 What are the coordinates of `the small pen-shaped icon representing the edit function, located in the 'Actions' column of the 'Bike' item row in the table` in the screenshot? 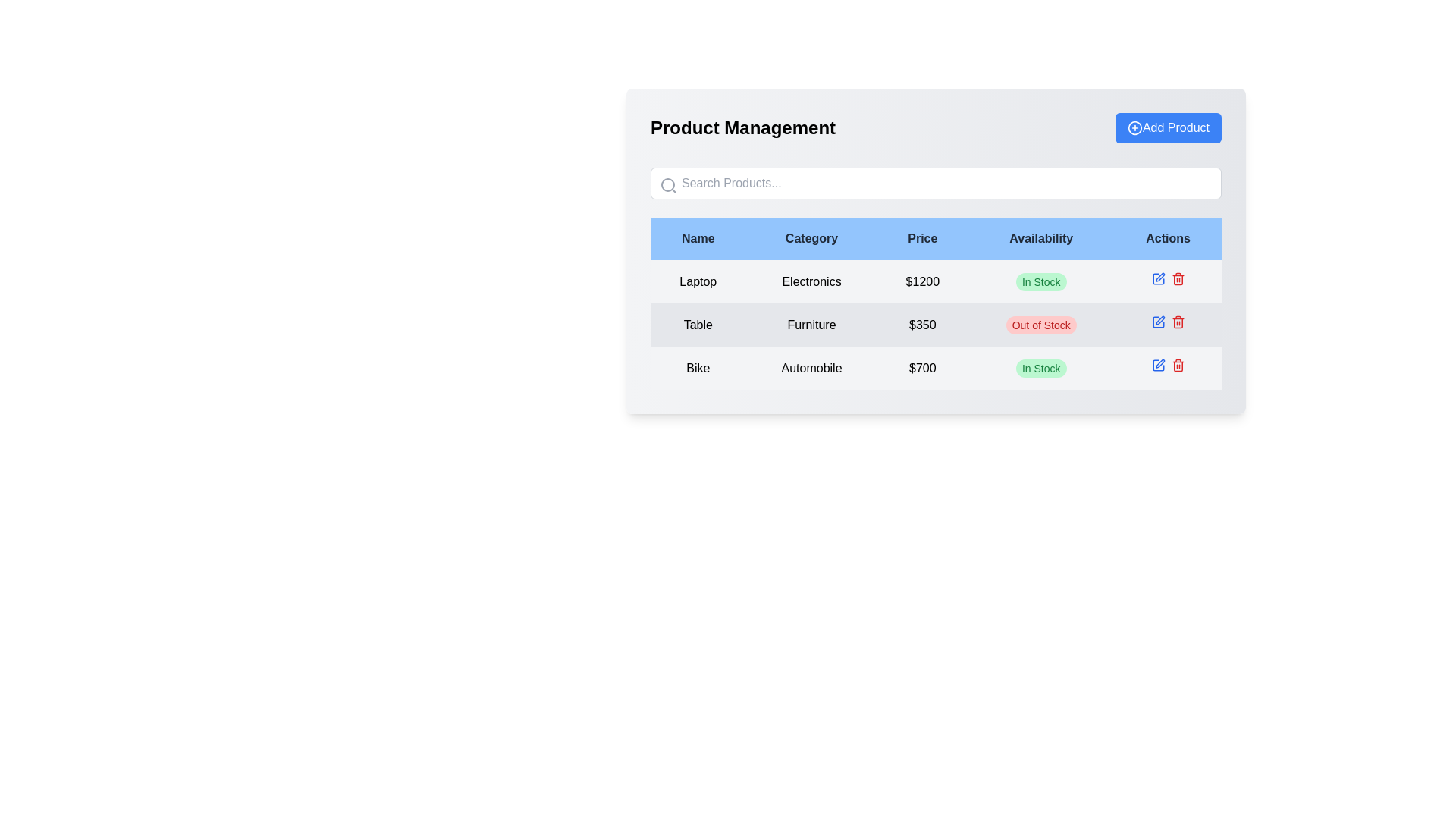 It's located at (1159, 363).